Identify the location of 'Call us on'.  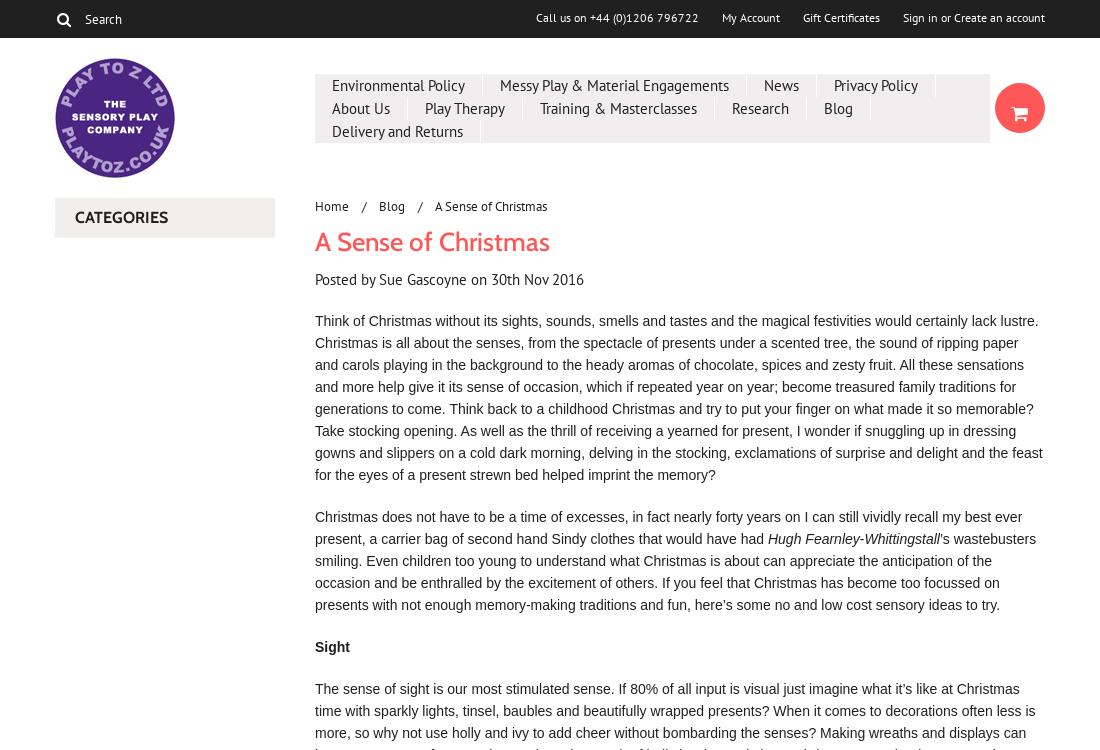
(561, 17).